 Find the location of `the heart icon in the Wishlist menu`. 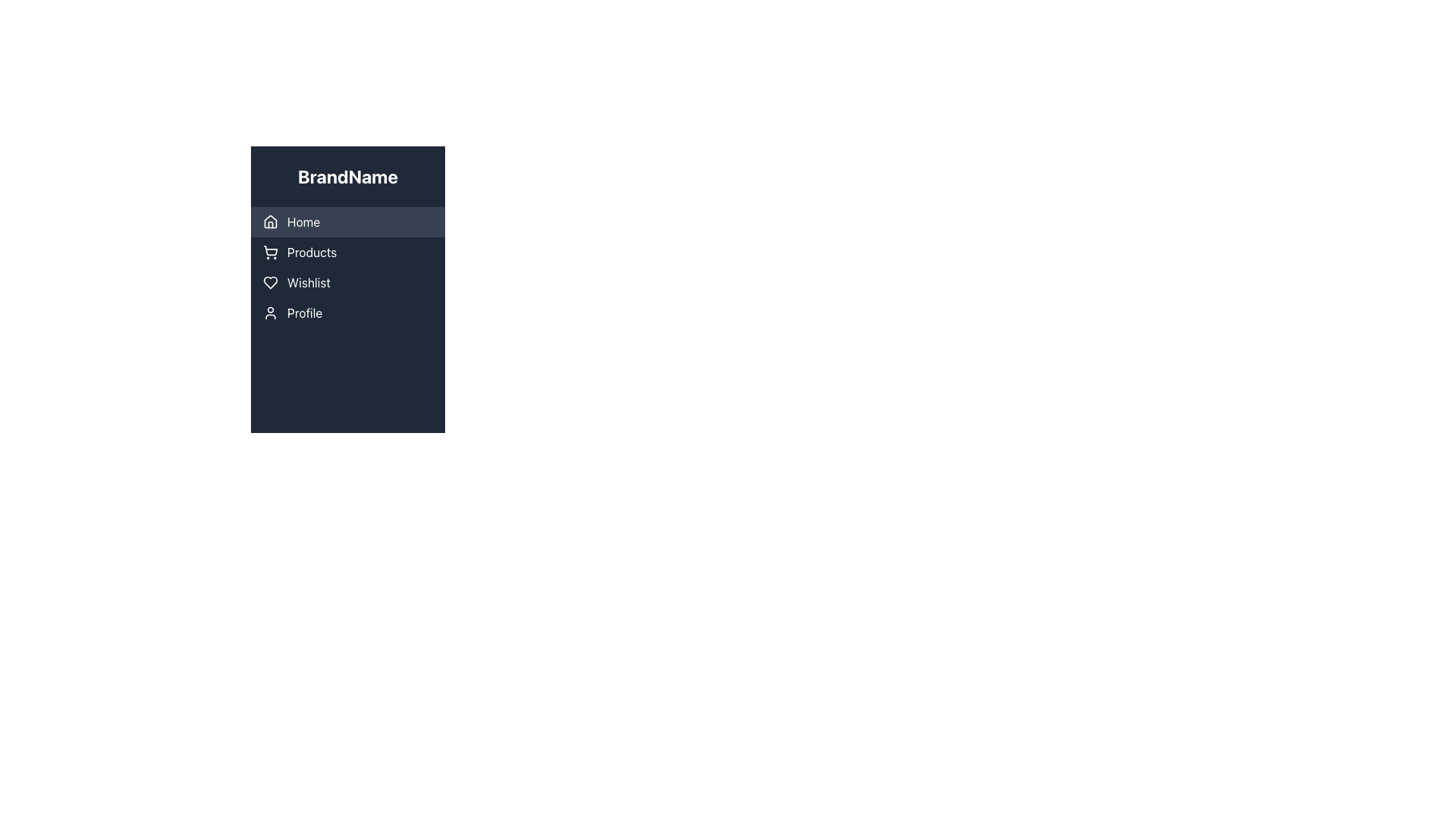

the heart icon in the Wishlist menu is located at coordinates (270, 283).